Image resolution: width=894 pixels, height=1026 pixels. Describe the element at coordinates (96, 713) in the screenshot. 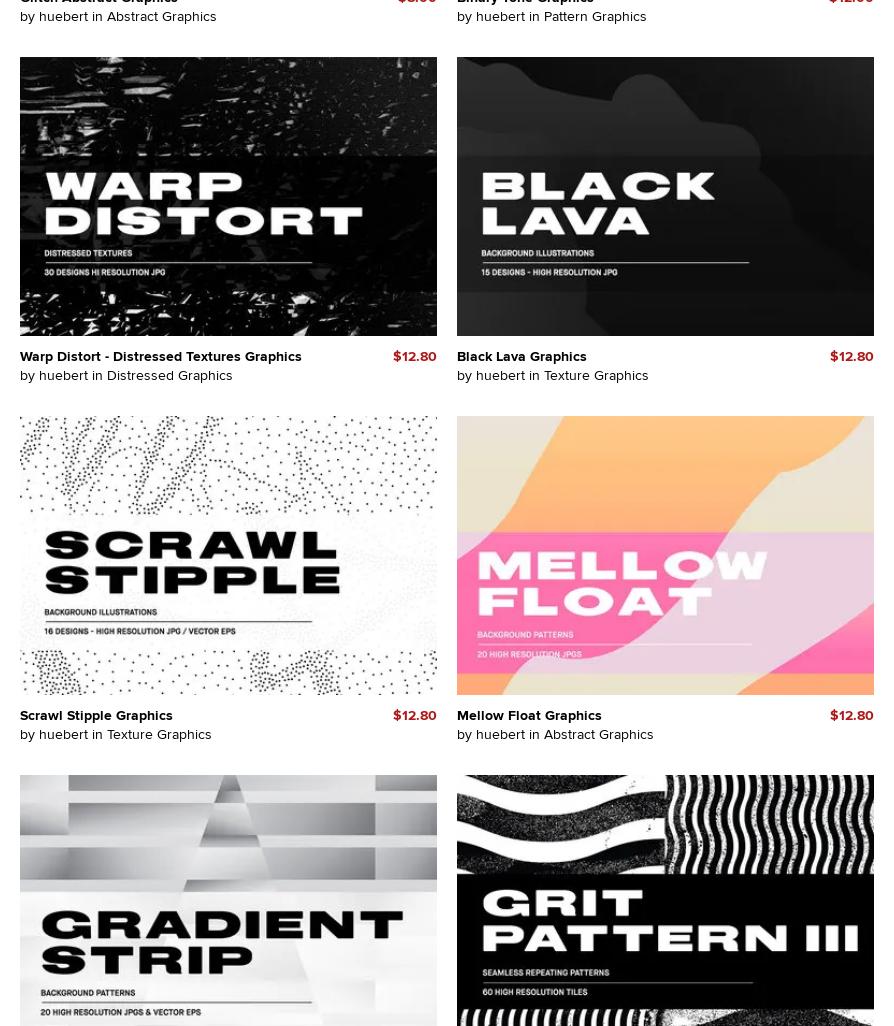

I see `'Scrawl Stipple  Graphics'` at that location.